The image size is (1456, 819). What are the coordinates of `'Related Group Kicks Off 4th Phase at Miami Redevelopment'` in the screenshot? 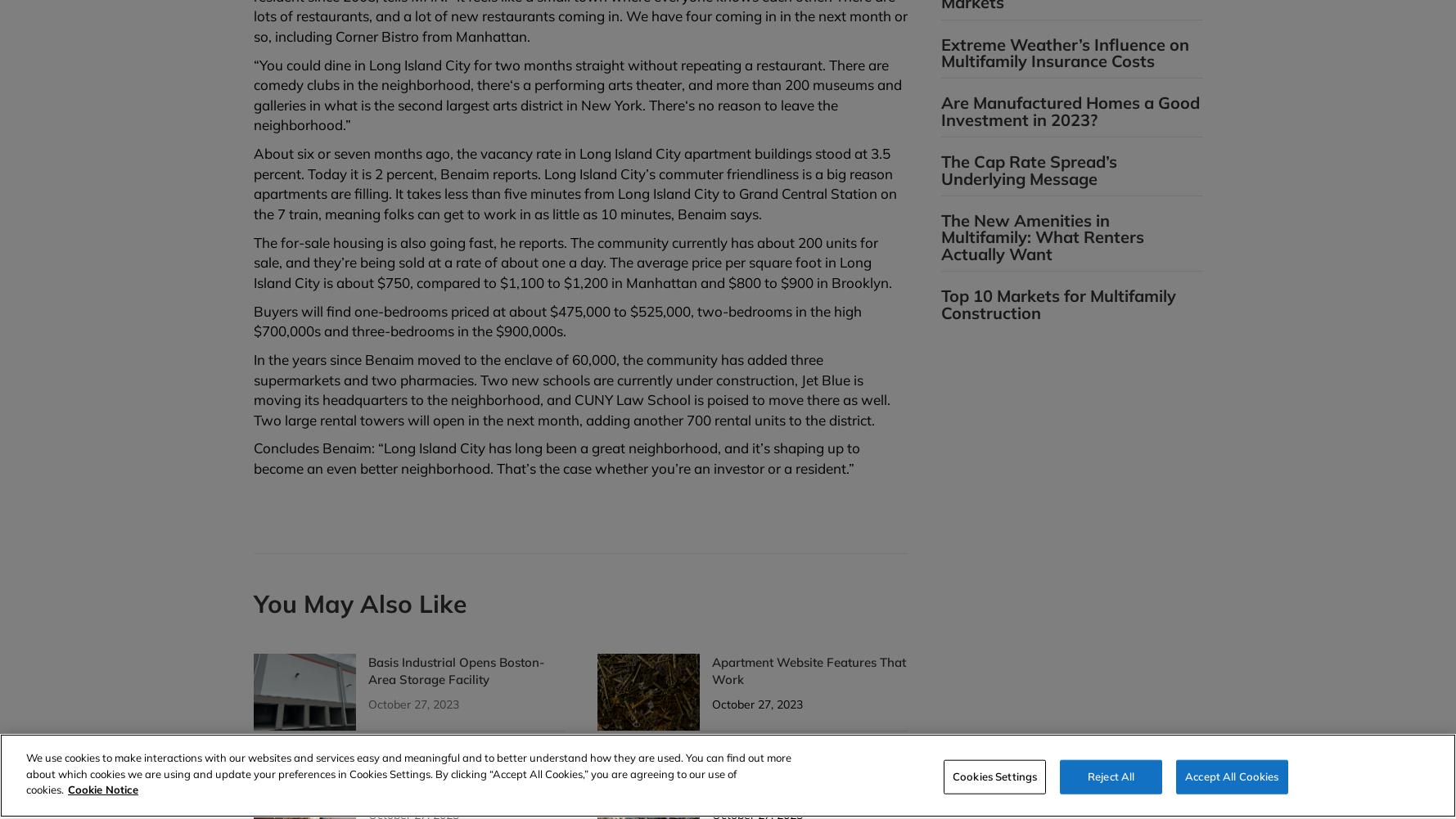 It's located at (802, 779).